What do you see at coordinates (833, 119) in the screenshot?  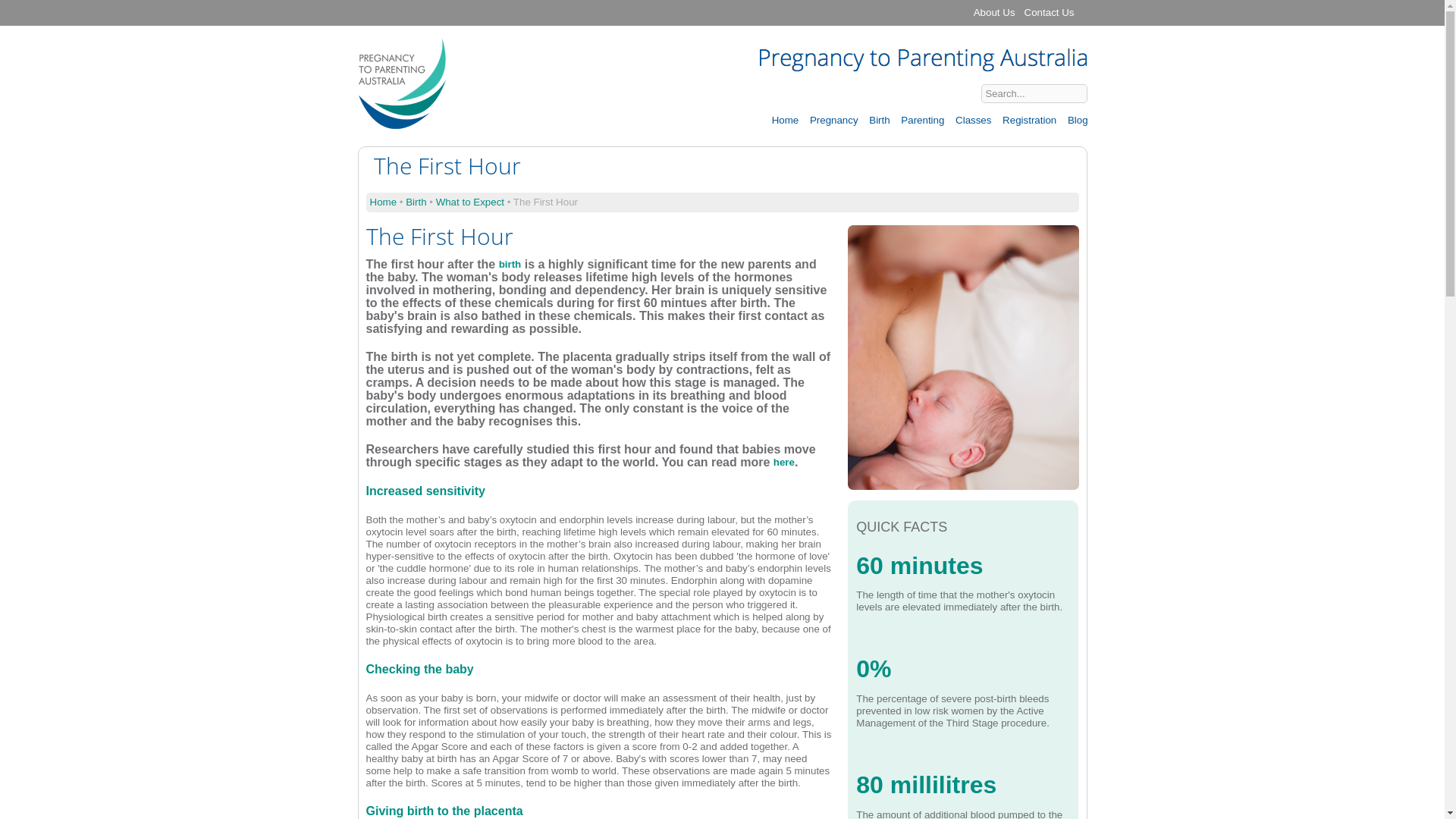 I see `'Pregnancy'` at bounding box center [833, 119].